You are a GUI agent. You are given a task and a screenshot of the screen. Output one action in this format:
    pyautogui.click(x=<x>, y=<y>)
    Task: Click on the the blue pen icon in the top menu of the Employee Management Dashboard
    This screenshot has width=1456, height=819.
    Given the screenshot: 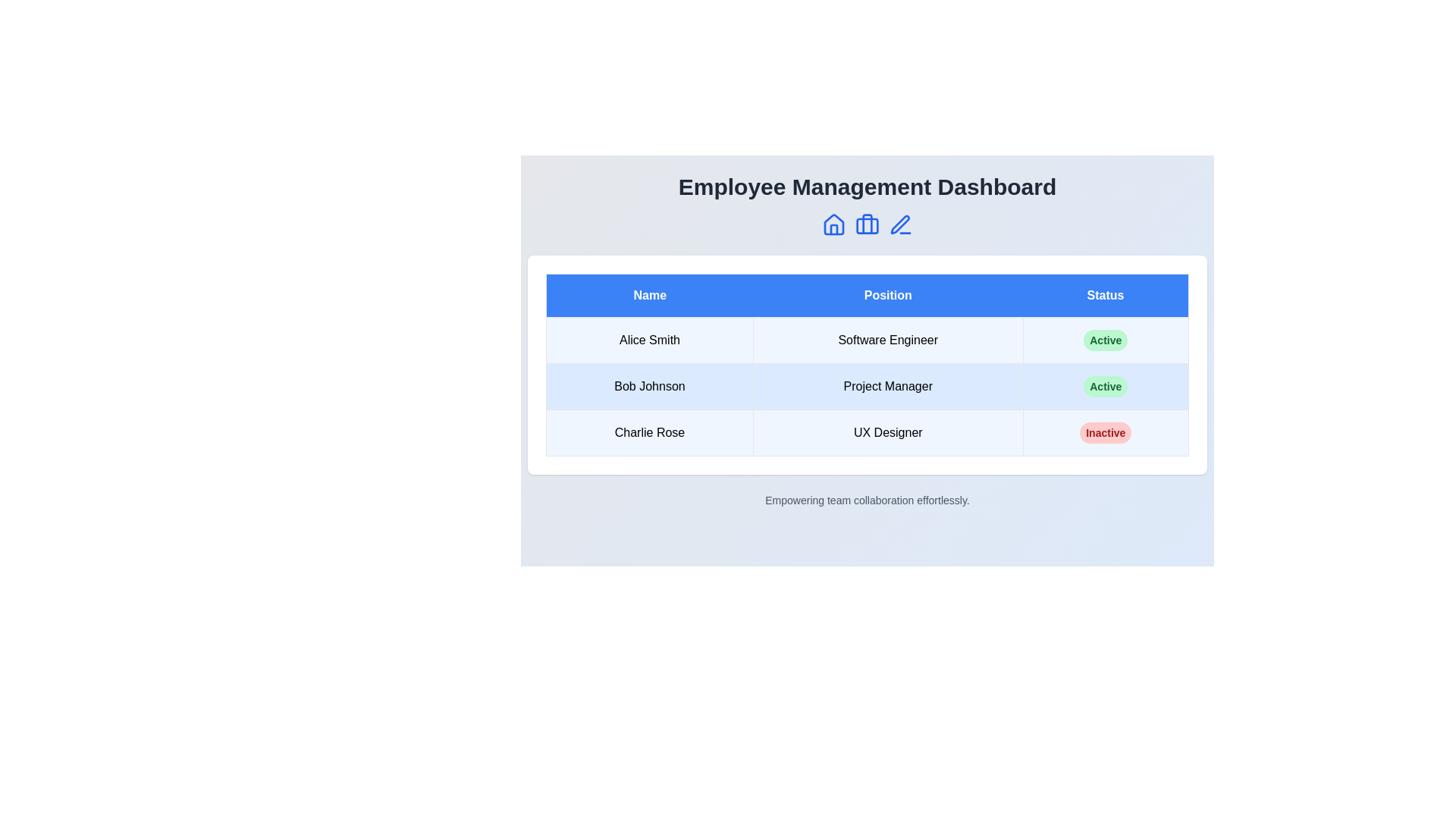 What is the action you would take?
    pyautogui.click(x=901, y=225)
    